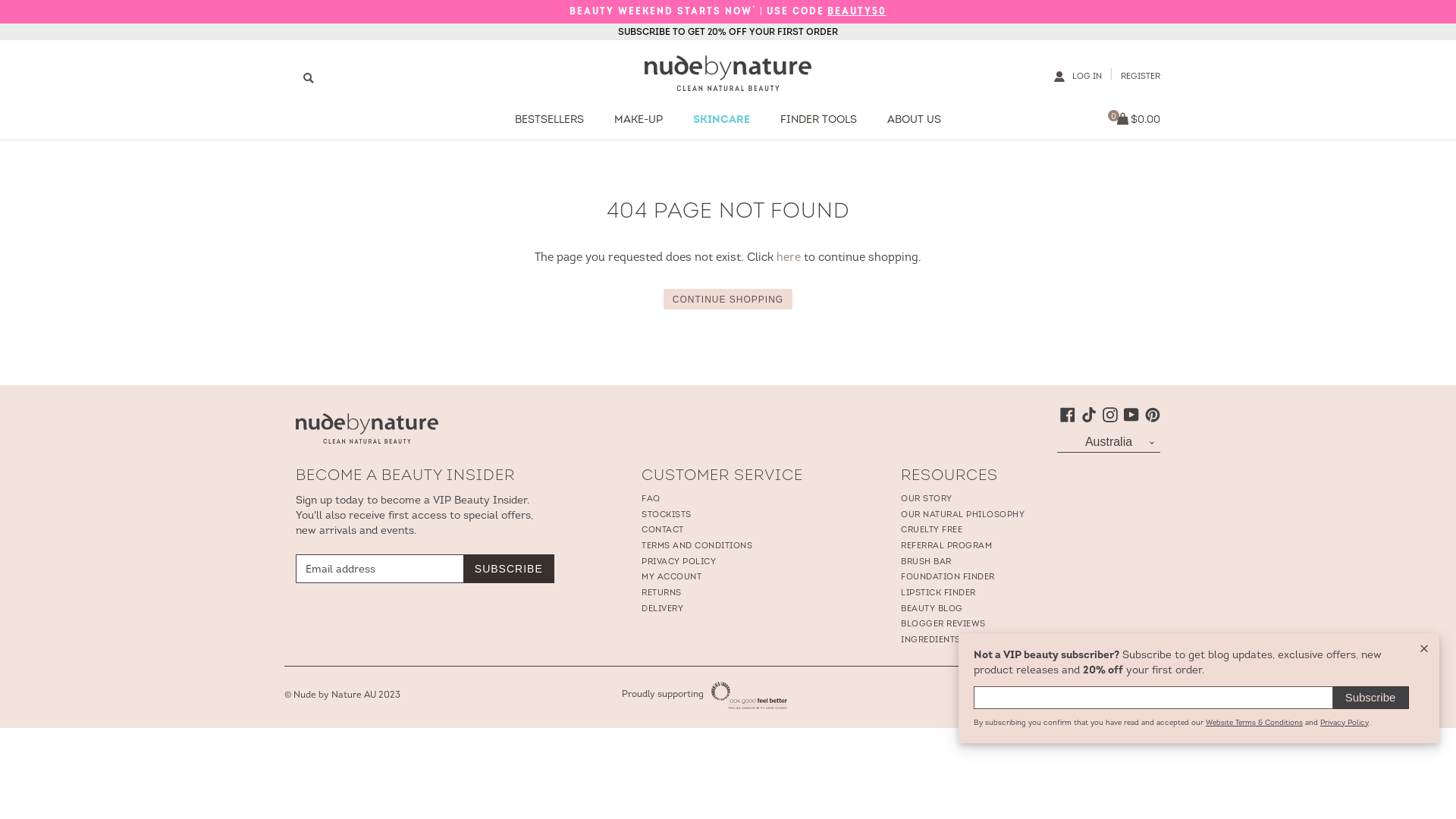  Describe the element at coordinates (548, 118) in the screenshot. I see `'BESTSELLERS'` at that location.